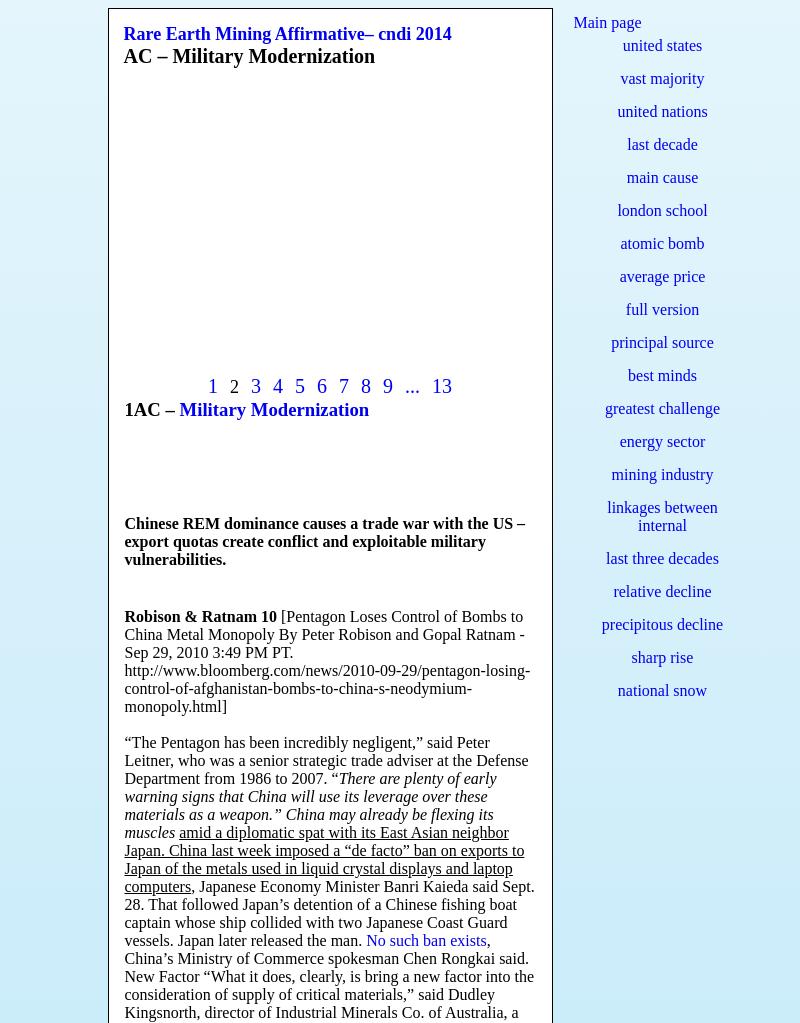 The width and height of the screenshot is (800, 1023). I want to click on 'No such ban exists', so click(426, 939).